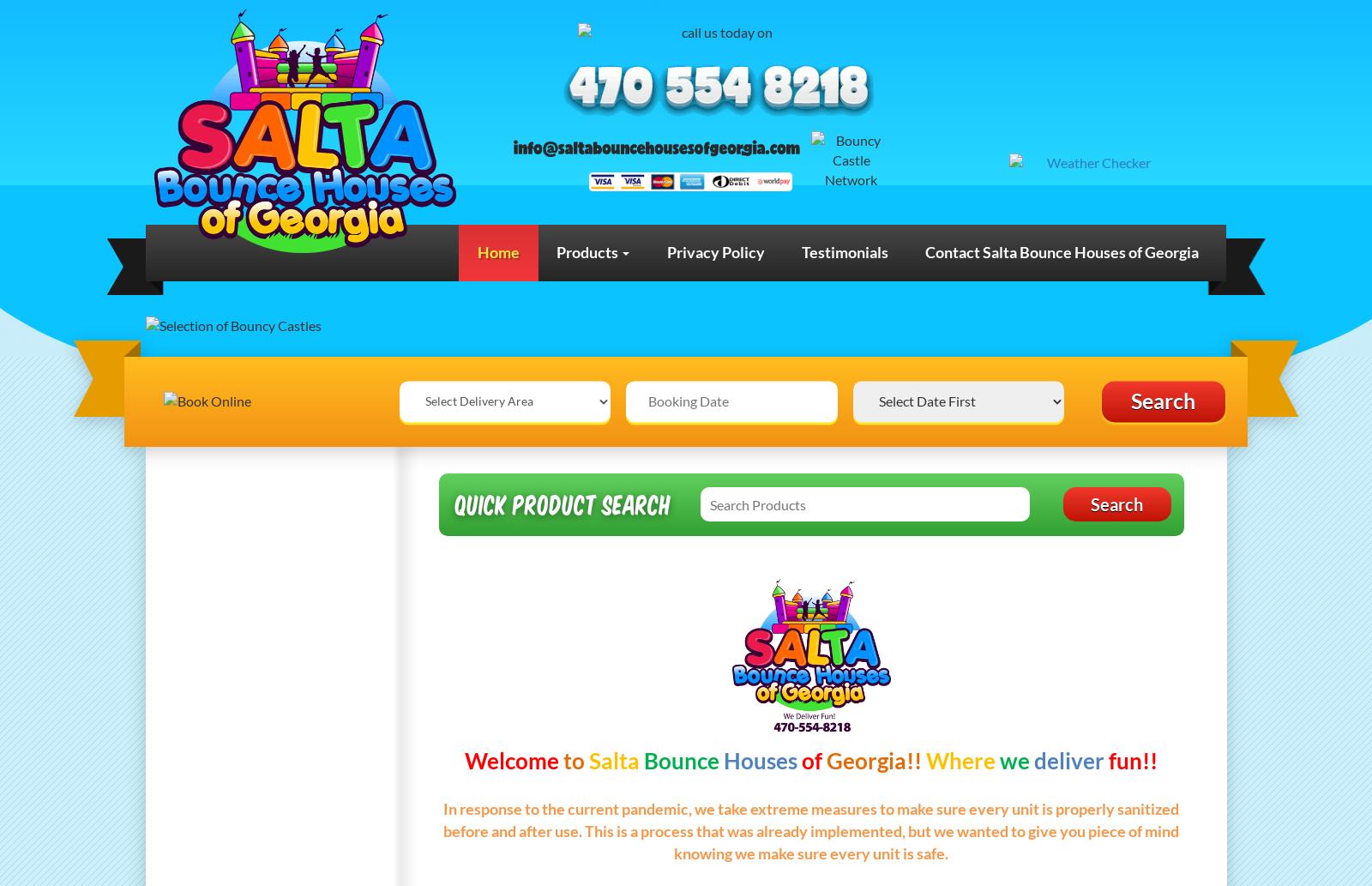  I want to click on 'fun!!', so click(1132, 759).